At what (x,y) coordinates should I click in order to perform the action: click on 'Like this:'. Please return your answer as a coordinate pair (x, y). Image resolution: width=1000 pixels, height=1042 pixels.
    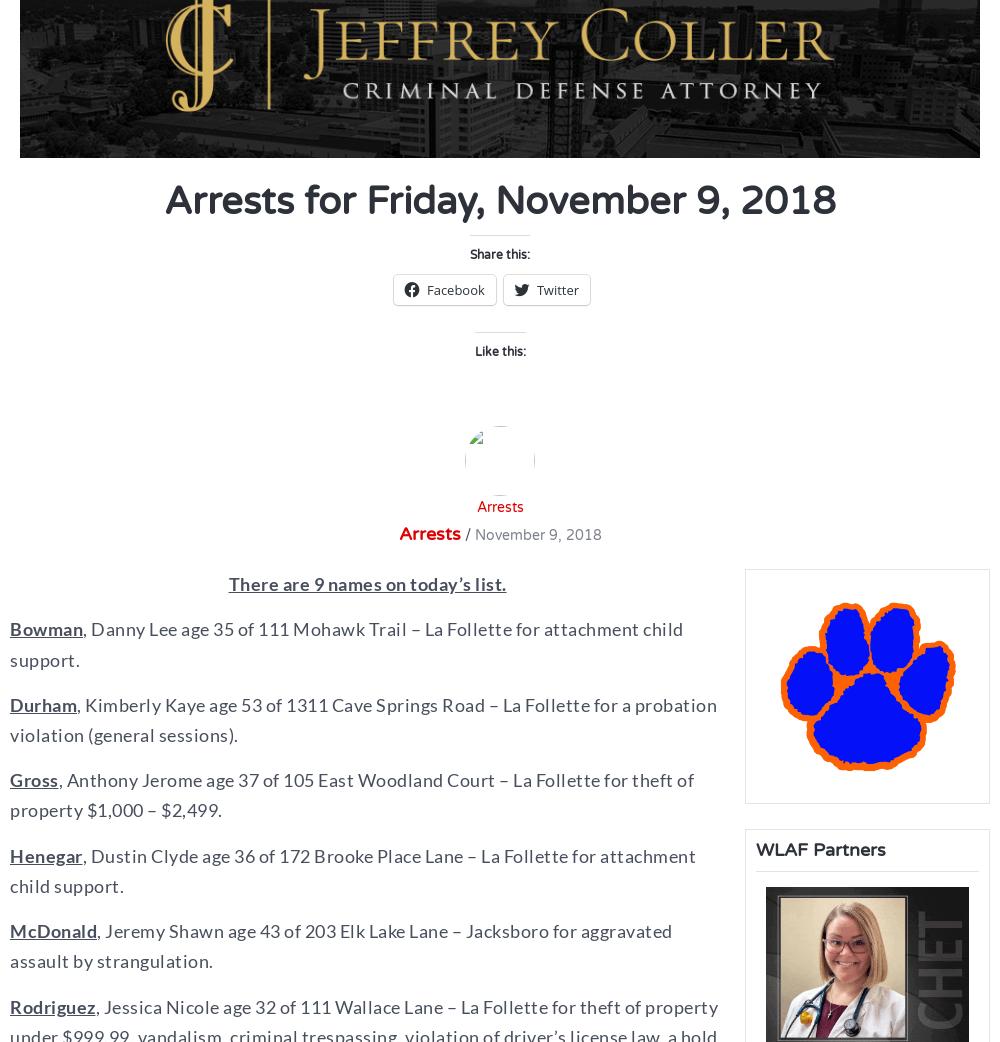
    Looking at the image, I should click on (498, 350).